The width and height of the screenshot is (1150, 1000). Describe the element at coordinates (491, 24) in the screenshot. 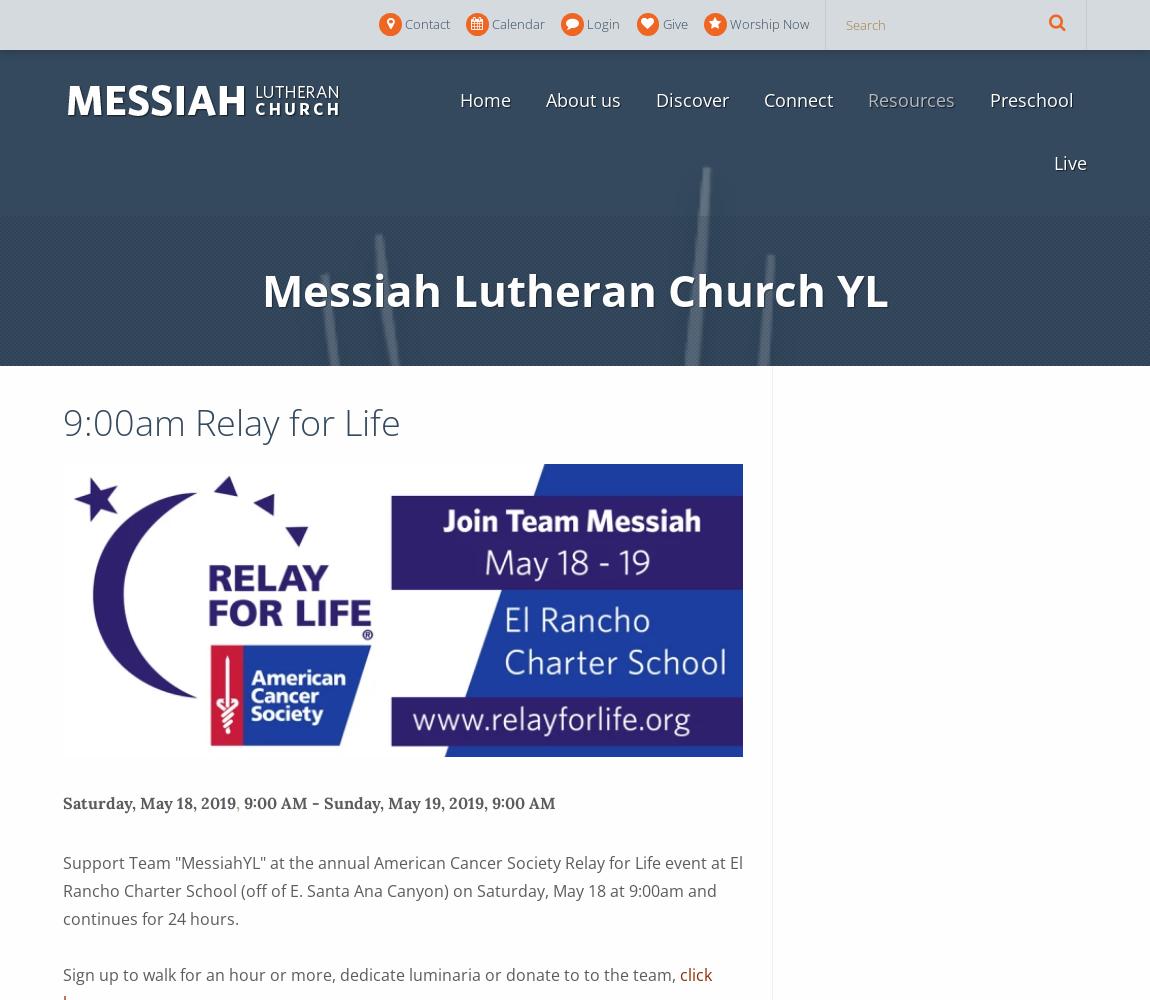

I see `'Calendar'` at that location.